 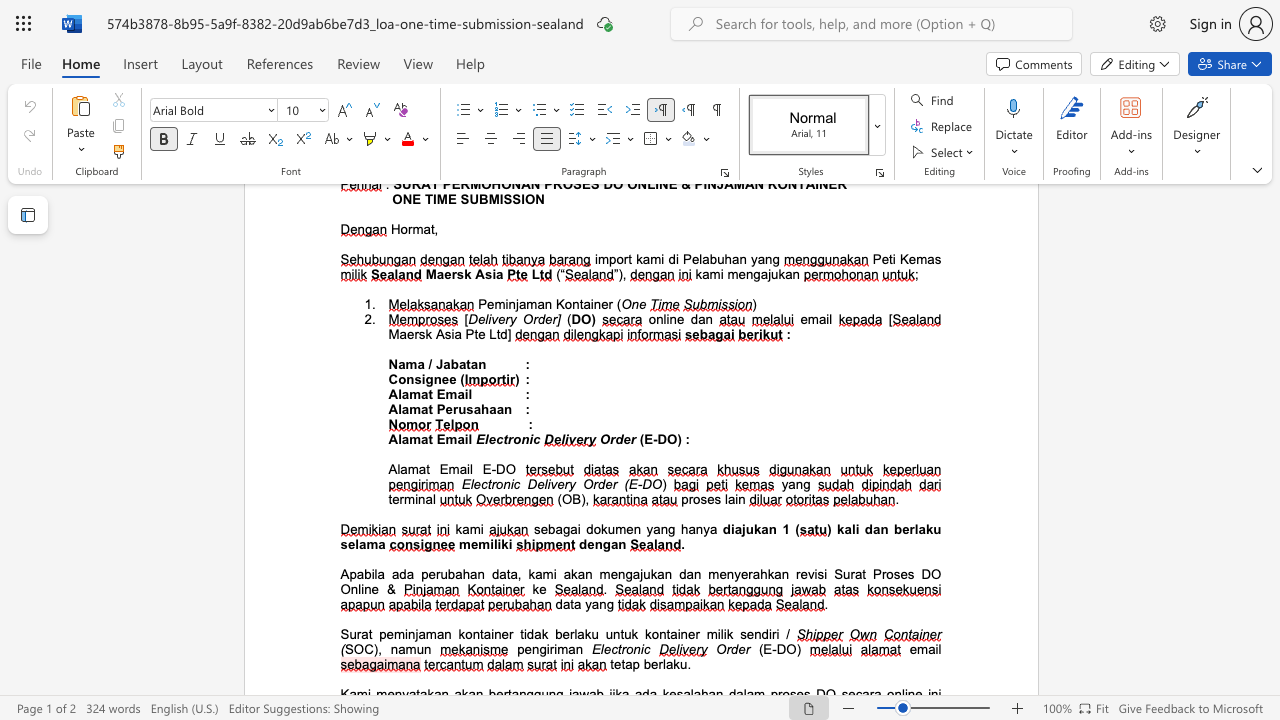 I want to click on the space between the continuous character "m" and "i" in the text, so click(x=412, y=498).